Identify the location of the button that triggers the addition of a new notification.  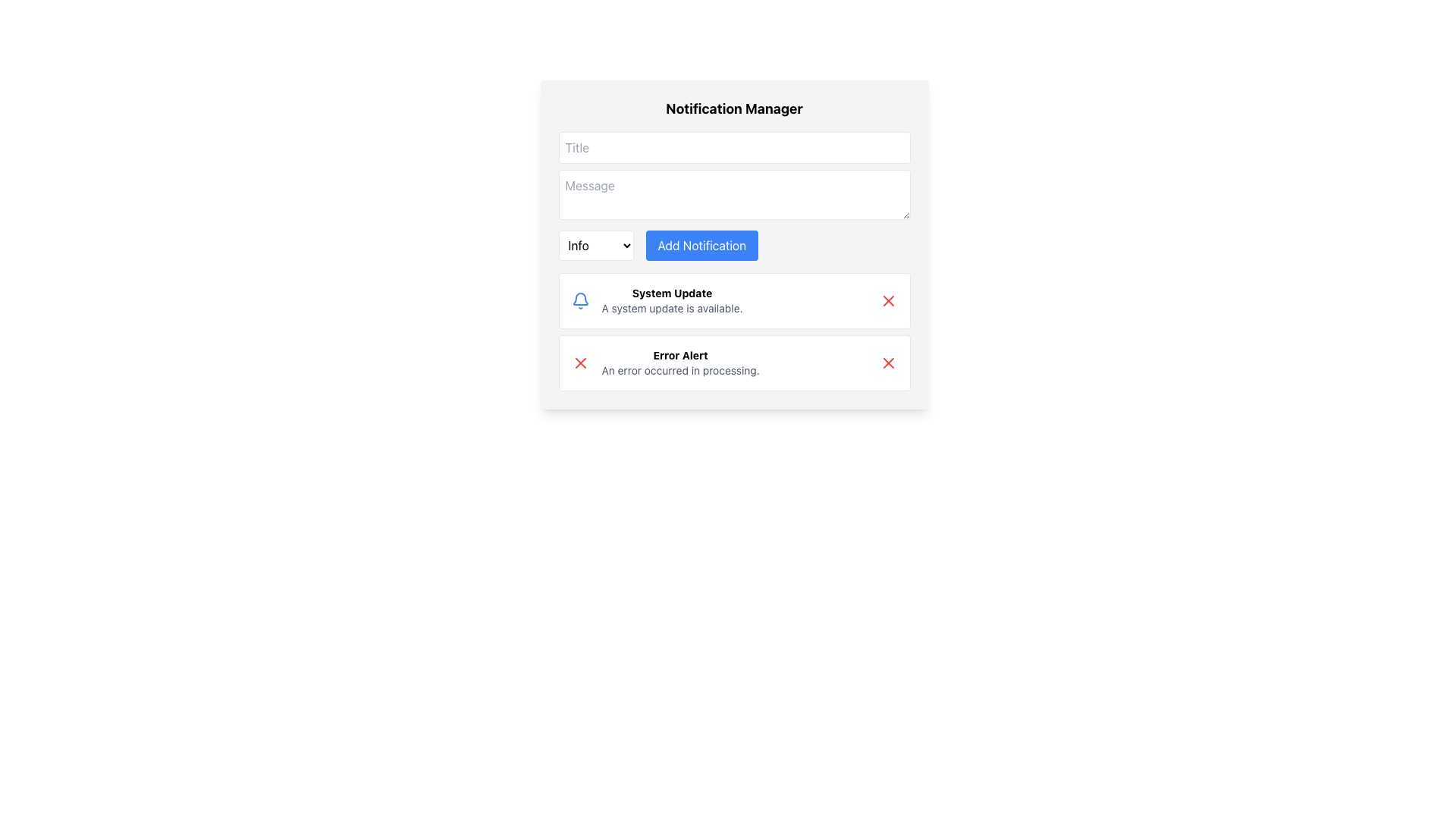
(701, 245).